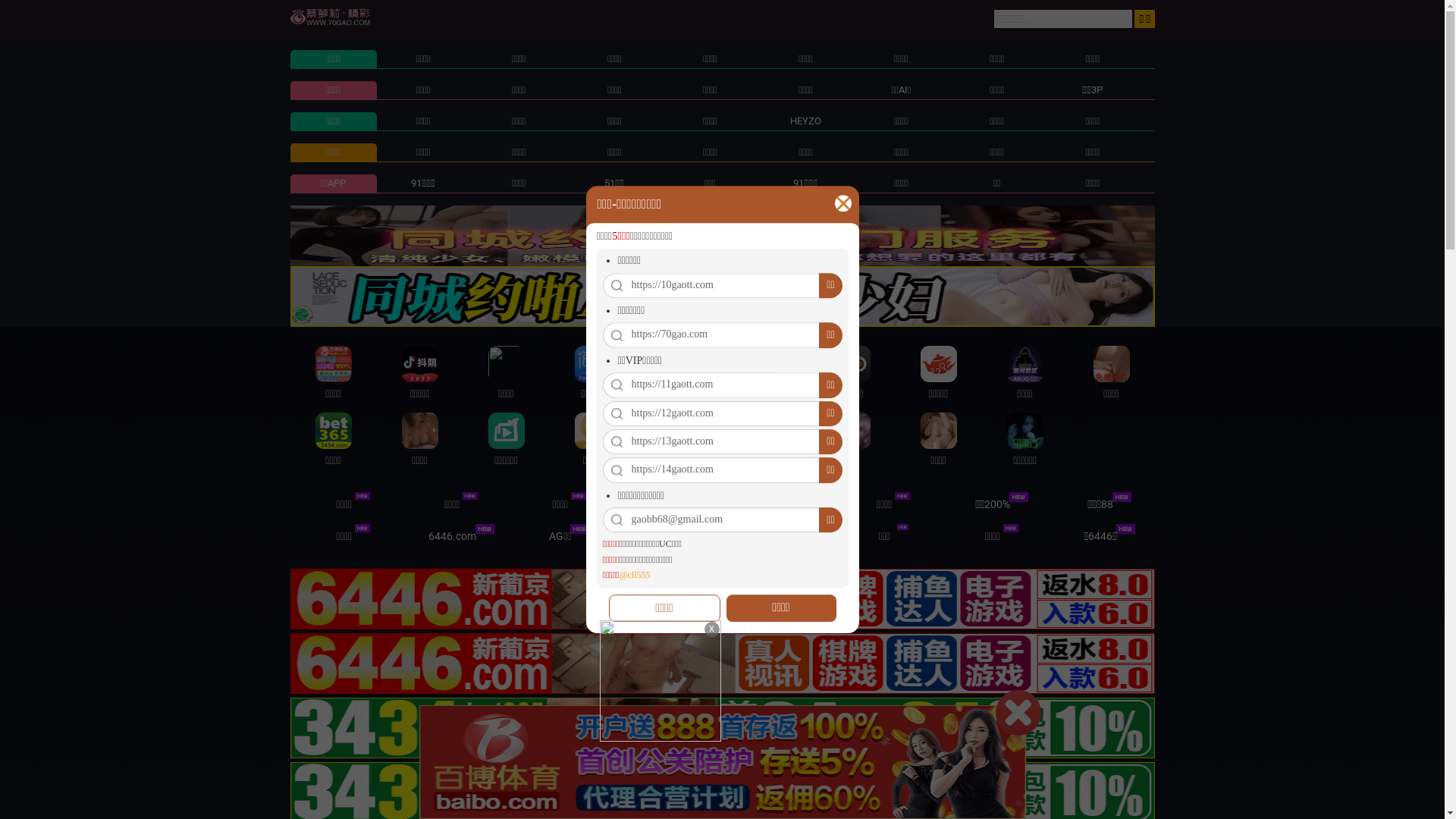 The width and height of the screenshot is (1456, 819). I want to click on '6446.com', so click(451, 535).